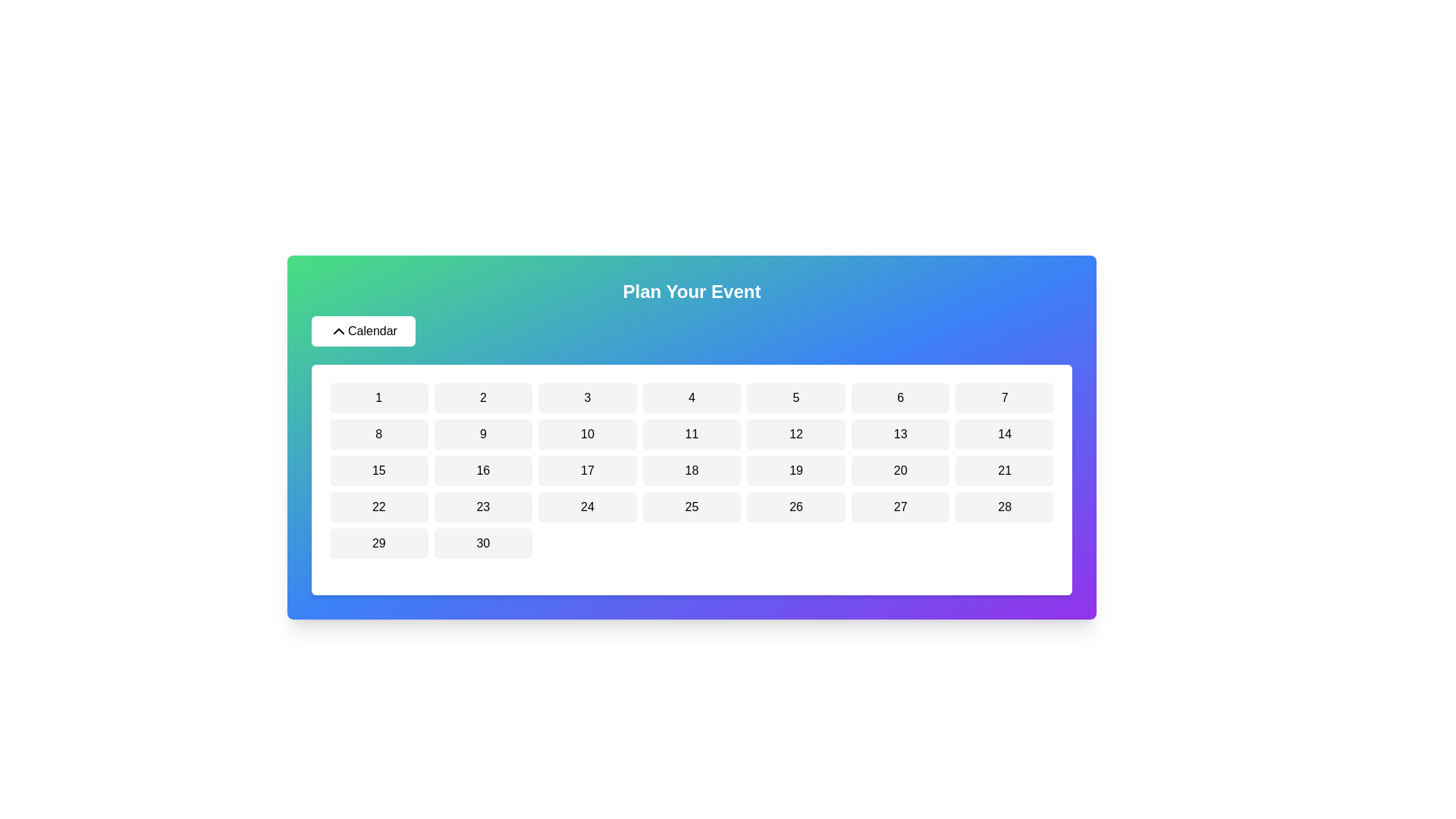  Describe the element at coordinates (691, 435) in the screenshot. I see `the button representing the eleventh day in a calendar UI to observe its hover effect` at that location.